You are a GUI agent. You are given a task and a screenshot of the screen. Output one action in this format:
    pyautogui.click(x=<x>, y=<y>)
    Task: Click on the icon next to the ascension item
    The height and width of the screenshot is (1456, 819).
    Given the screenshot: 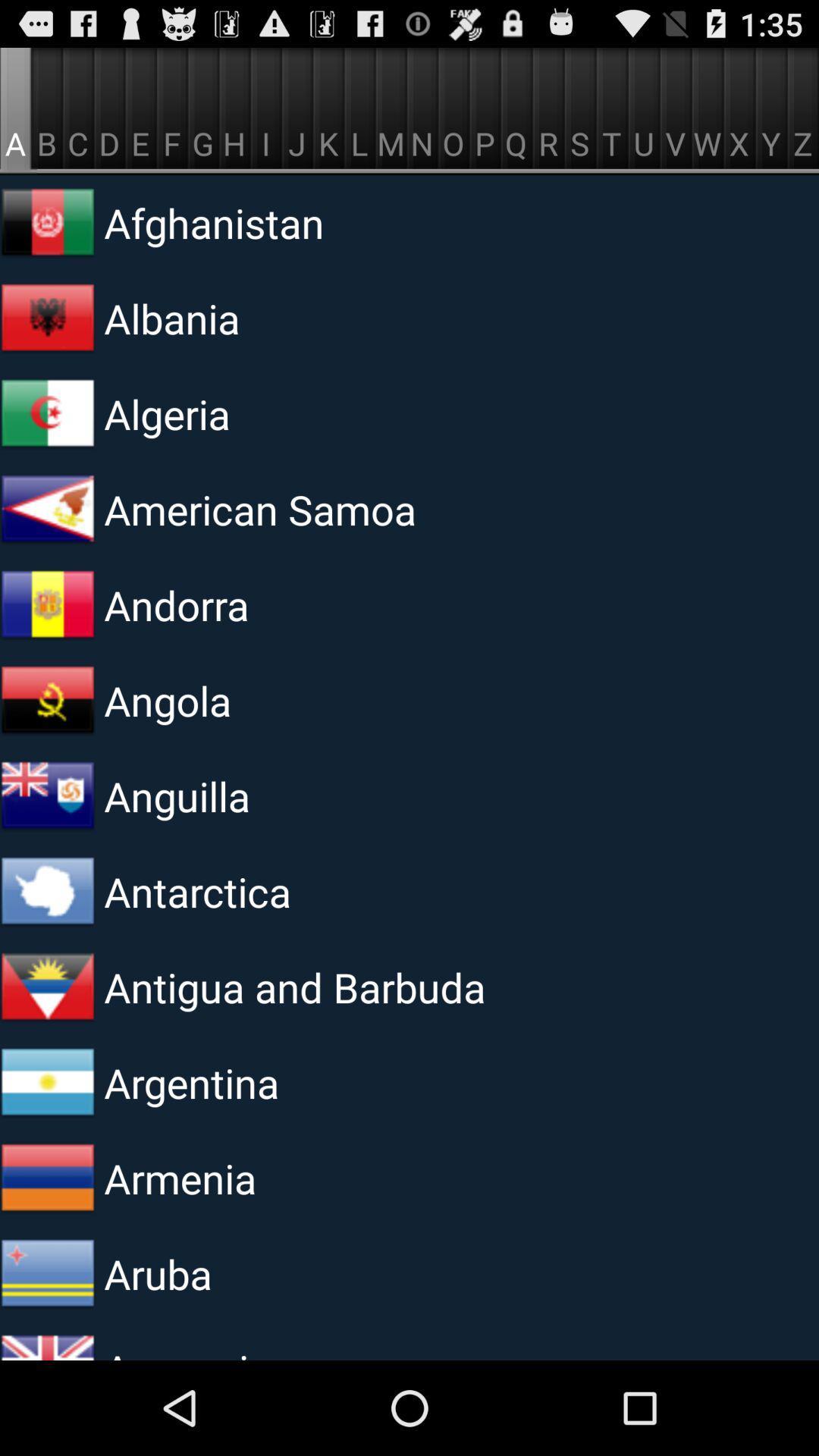 What is the action you would take?
    pyautogui.click(x=46, y=1341)
    